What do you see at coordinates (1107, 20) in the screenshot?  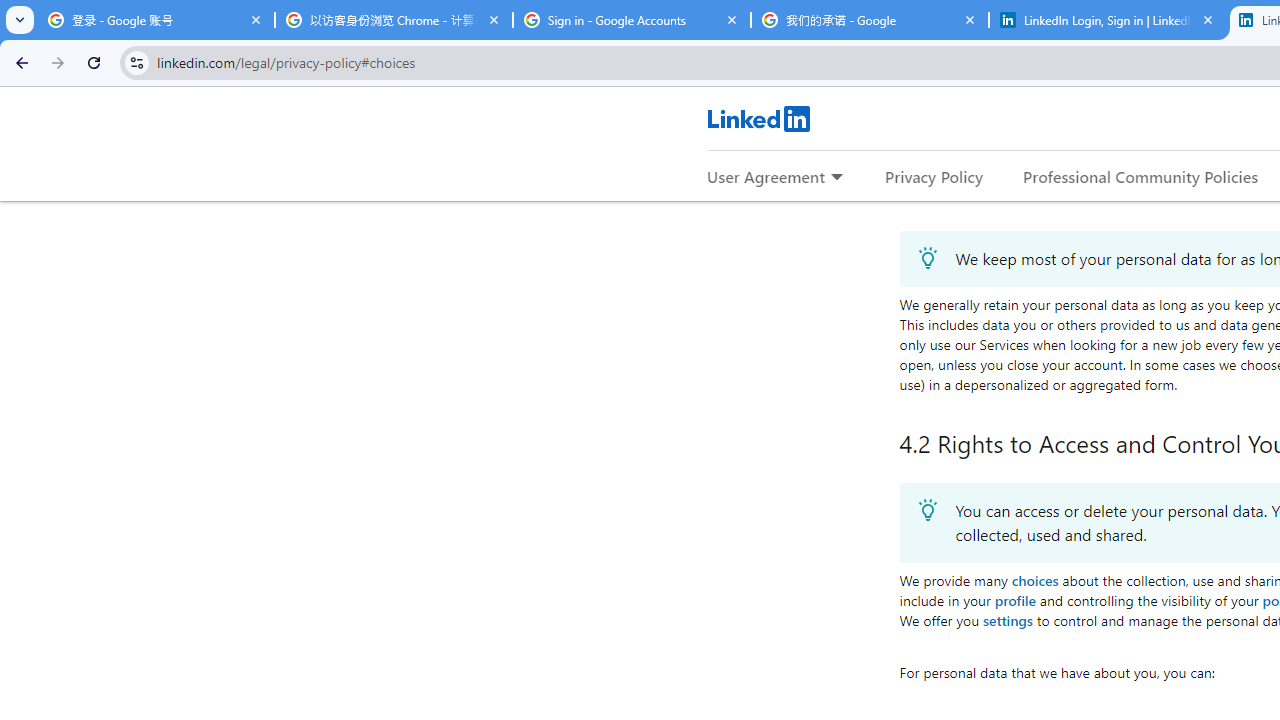 I see `'LinkedIn Login, Sign in | LinkedIn'` at bounding box center [1107, 20].